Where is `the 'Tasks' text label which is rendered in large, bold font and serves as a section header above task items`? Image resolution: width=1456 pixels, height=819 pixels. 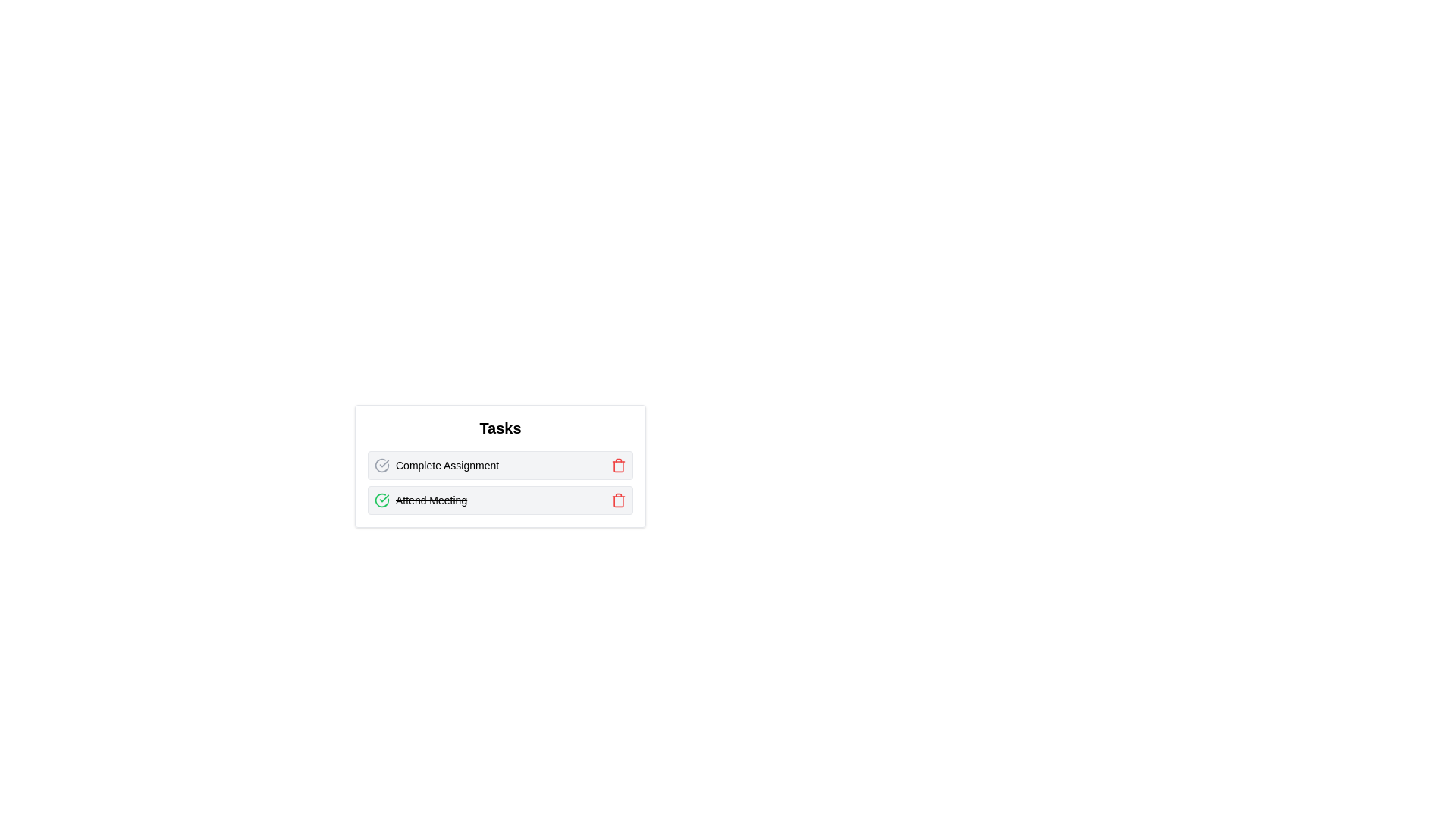 the 'Tasks' text label which is rendered in large, bold font and serves as a section header above task items is located at coordinates (500, 428).